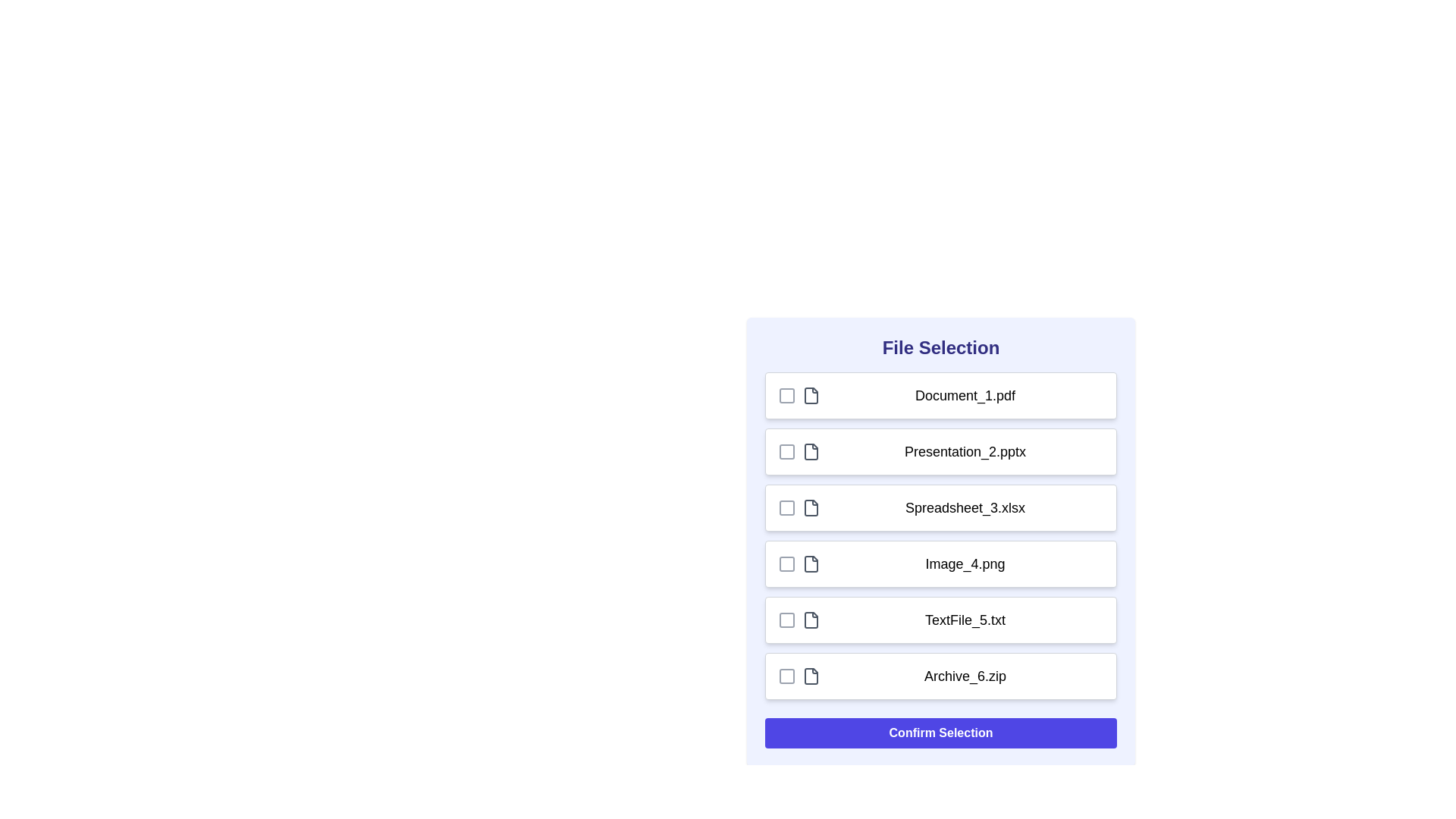 This screenshot has height=819, width=1456. I want to click on the checkbox corresponding to Image_4.png, so click(786, 564).